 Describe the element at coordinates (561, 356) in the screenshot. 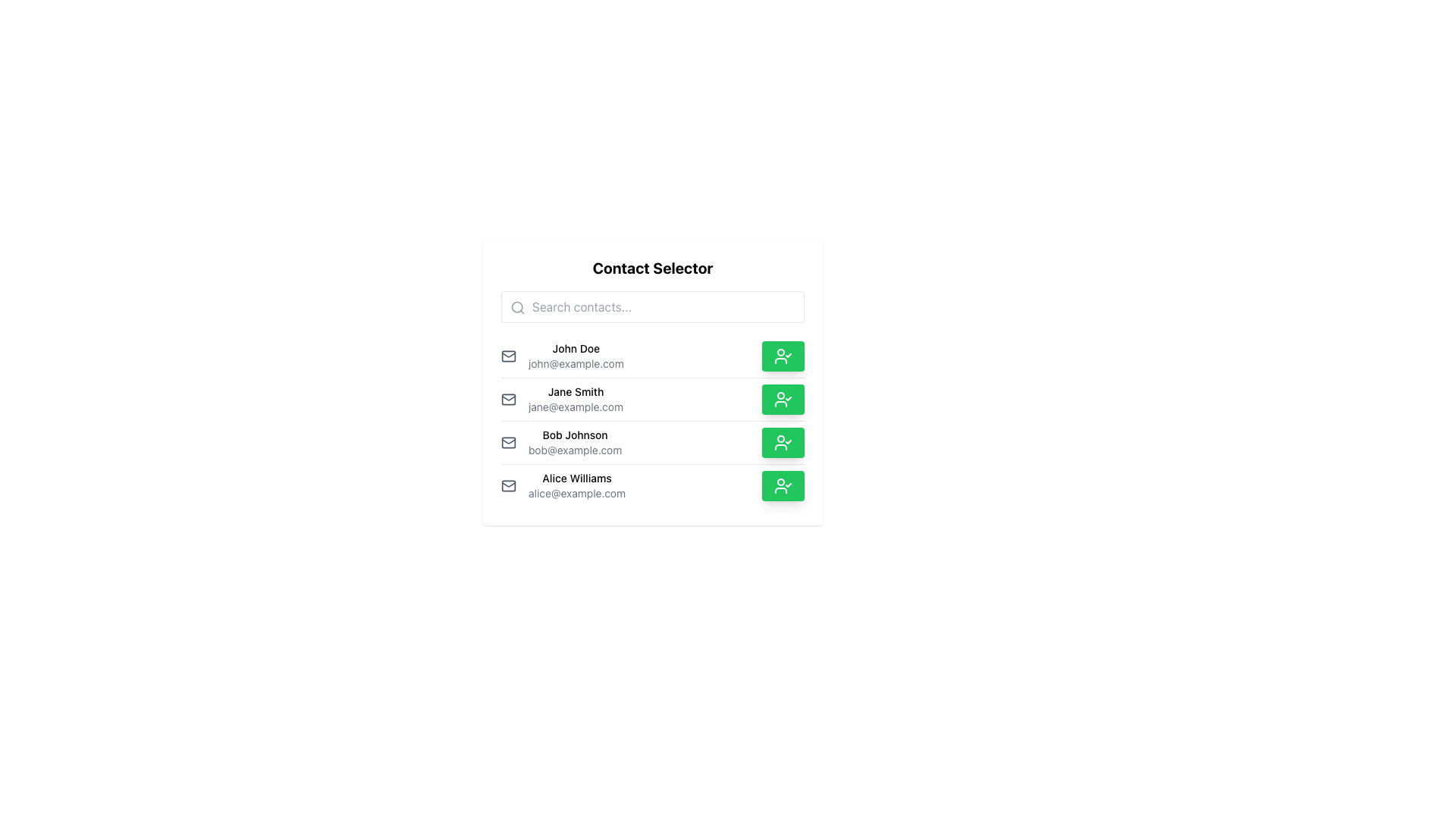

I see `the contact list item displaying 'John Doe'` at that location.